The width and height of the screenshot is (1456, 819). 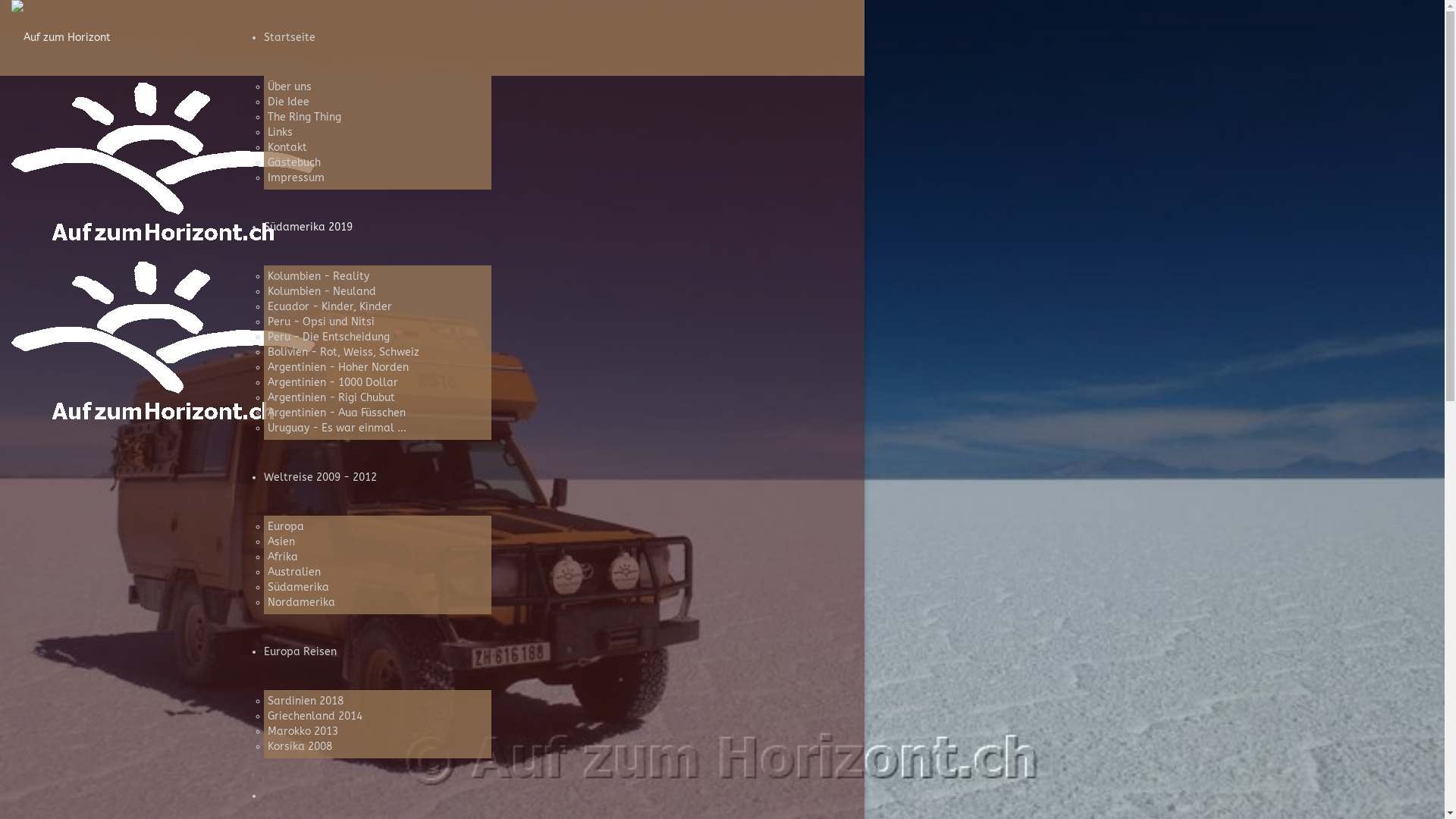 What do you see at coordinates (319, 321) in the screenshot?
I see `'Peru - Opsi und Nitsi'` at bounding box center [319, 321].